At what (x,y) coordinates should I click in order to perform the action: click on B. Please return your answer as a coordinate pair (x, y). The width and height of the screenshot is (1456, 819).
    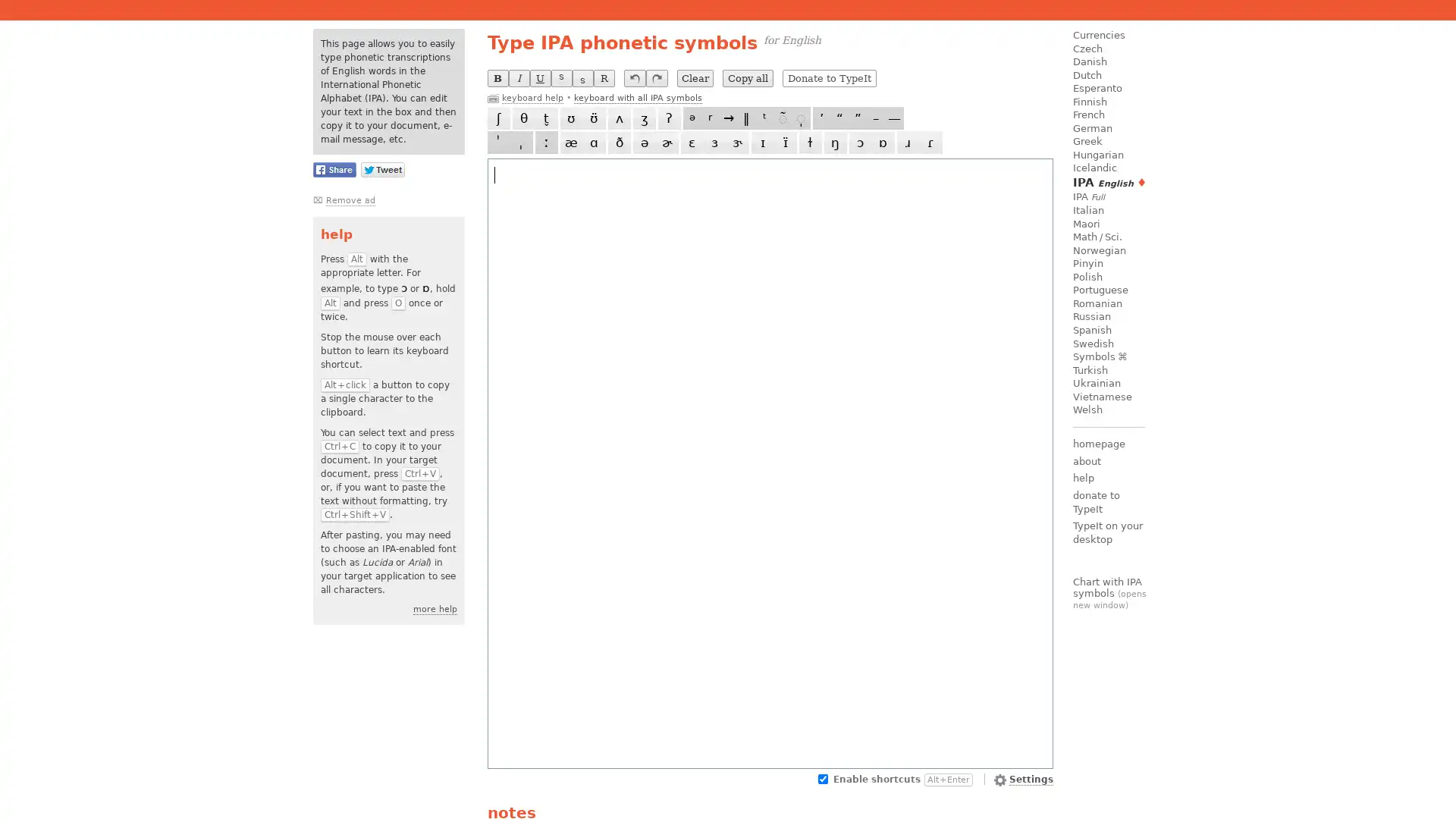
    Looking at the image, I should click on (497, 78).